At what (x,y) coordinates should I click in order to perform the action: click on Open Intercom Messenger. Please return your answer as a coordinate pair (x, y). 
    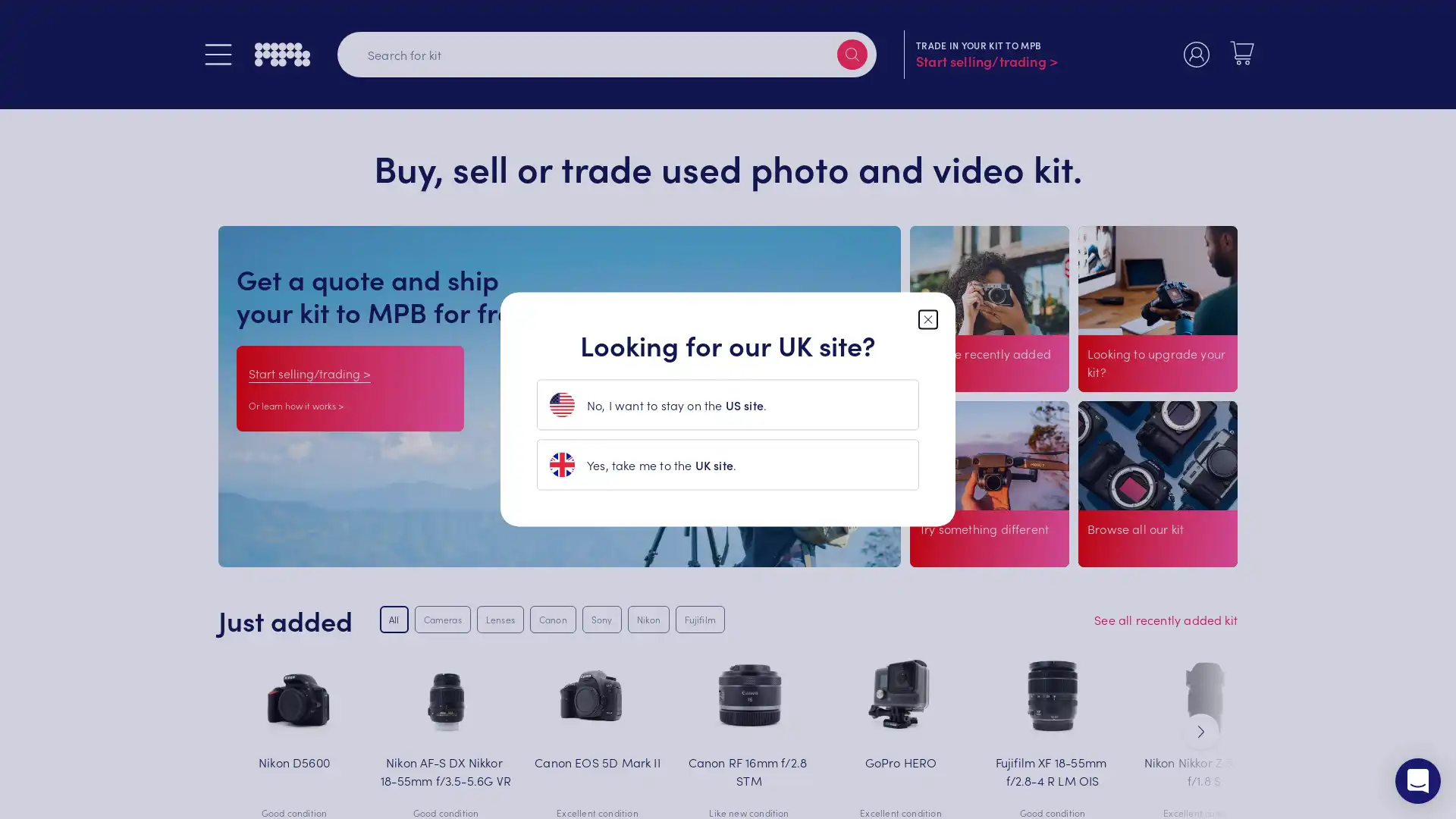
    Looking at the image, I should click on (1417, 780).